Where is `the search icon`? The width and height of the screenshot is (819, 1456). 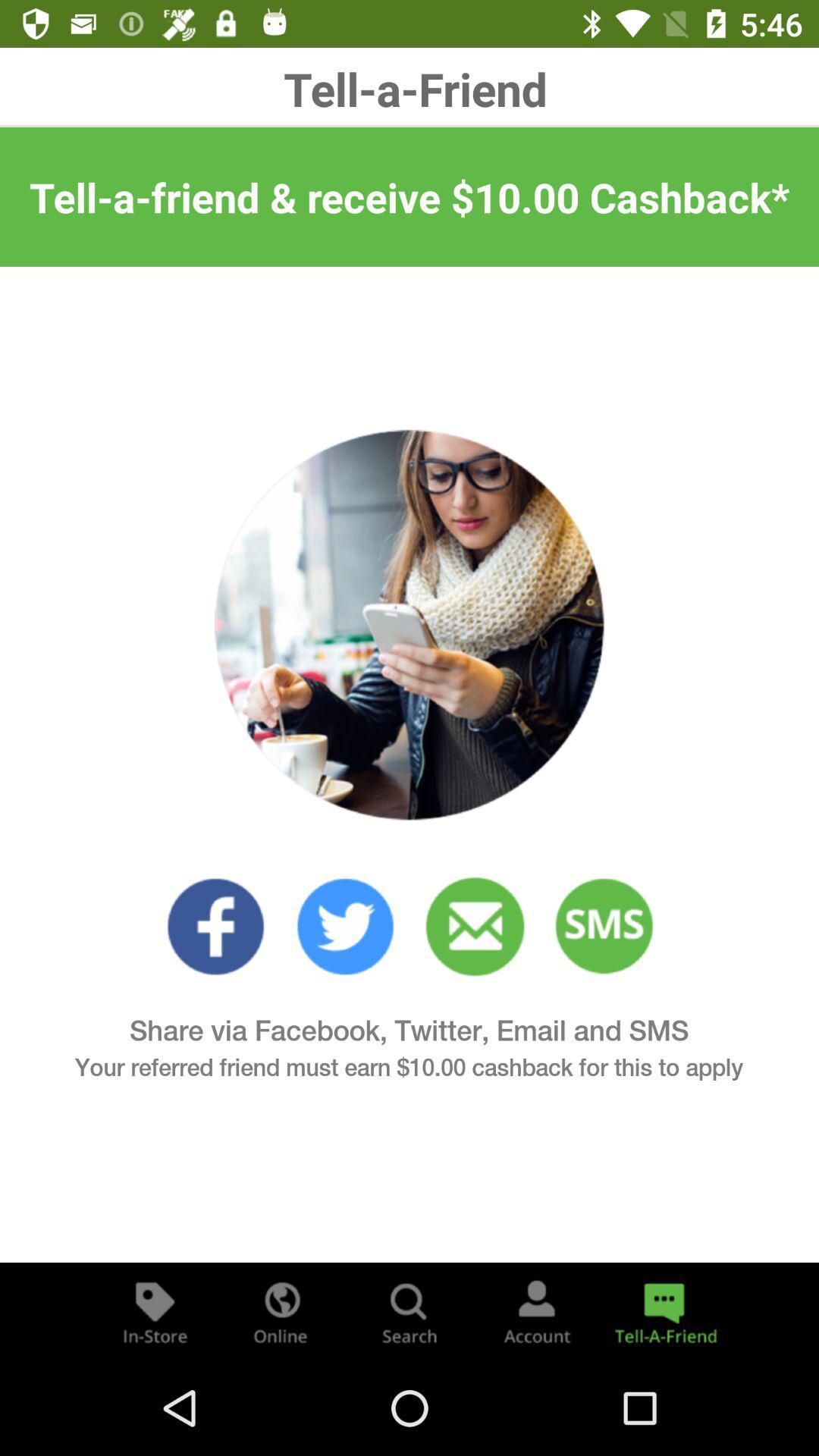
the search icon is located at coordinates (409, 1310).